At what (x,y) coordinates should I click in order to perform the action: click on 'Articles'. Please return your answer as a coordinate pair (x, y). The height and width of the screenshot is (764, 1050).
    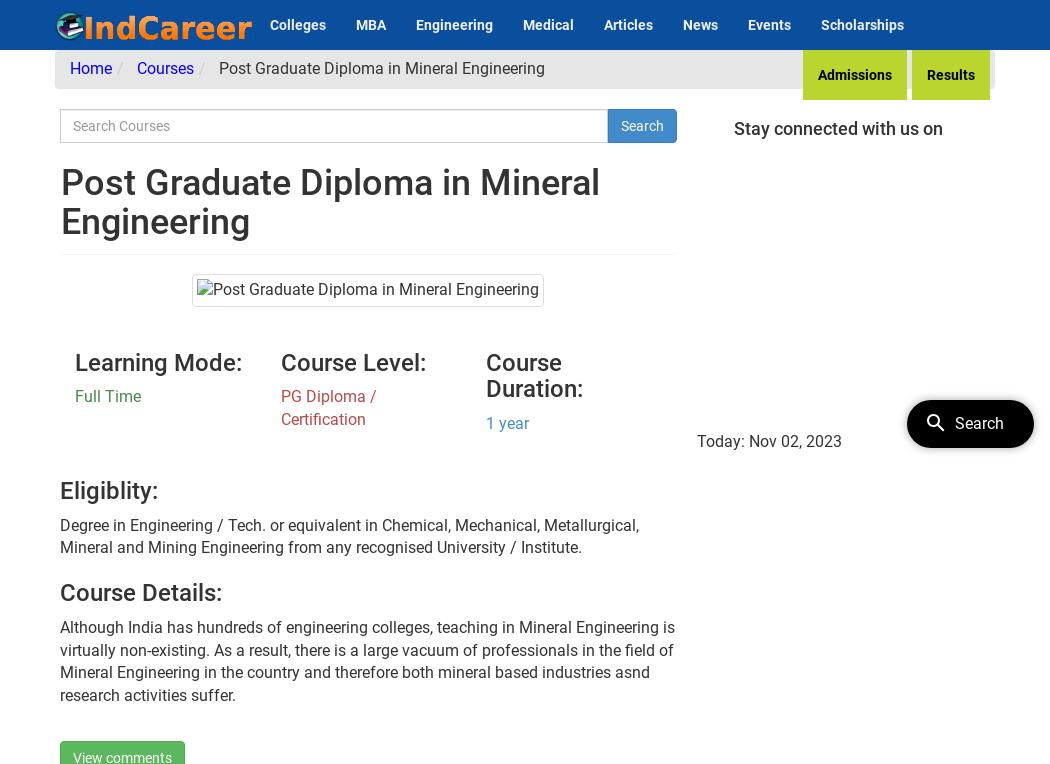
    Looking at the image, I should click on (628, 23).